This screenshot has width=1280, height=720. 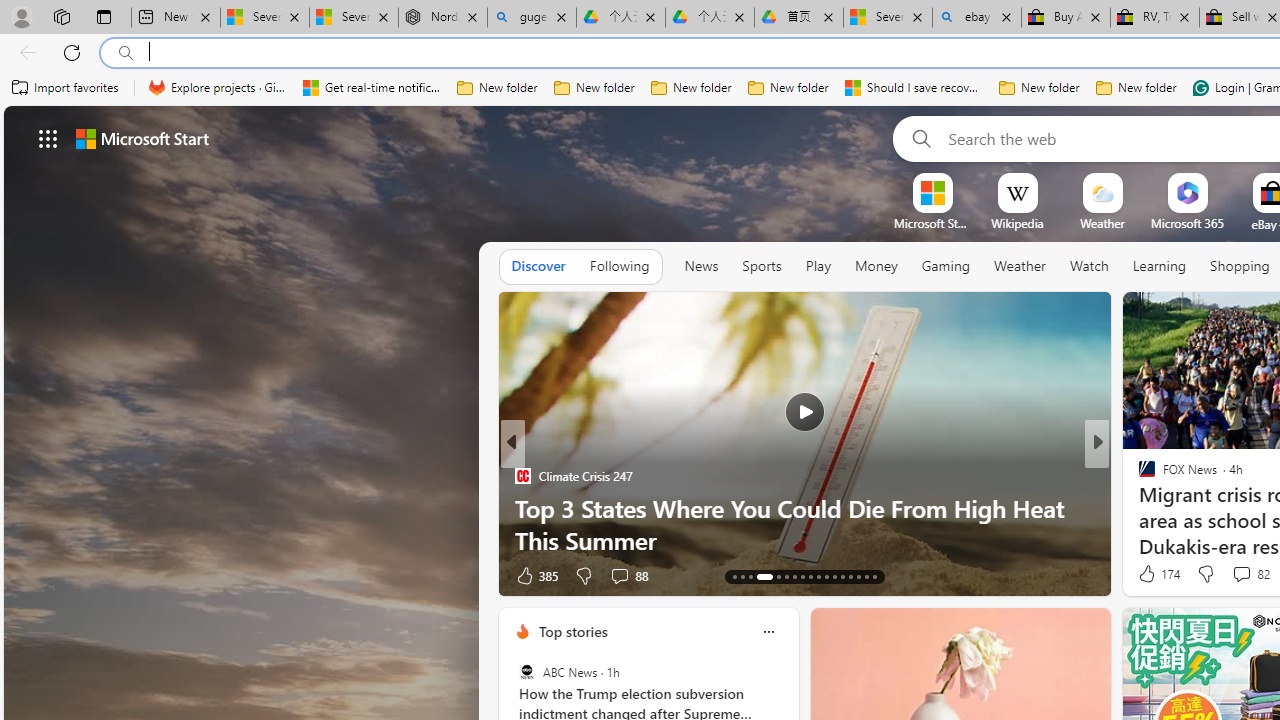 What do you see at coordinates (1138, 506) in the screenshot?
I see `'The Atlantic'` at bounding box center [1138, 506].